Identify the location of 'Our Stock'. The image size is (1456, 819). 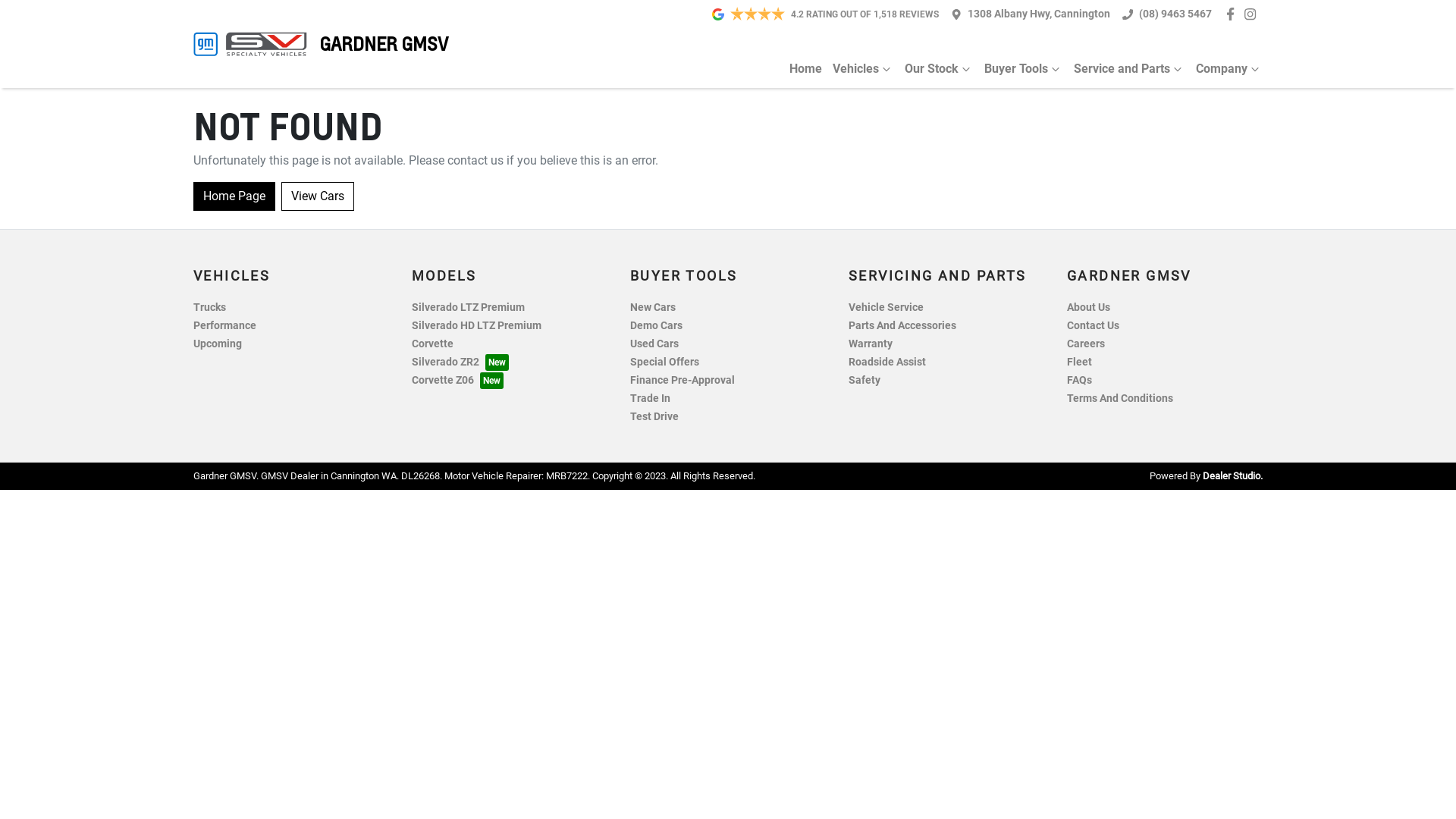
(933, 69).